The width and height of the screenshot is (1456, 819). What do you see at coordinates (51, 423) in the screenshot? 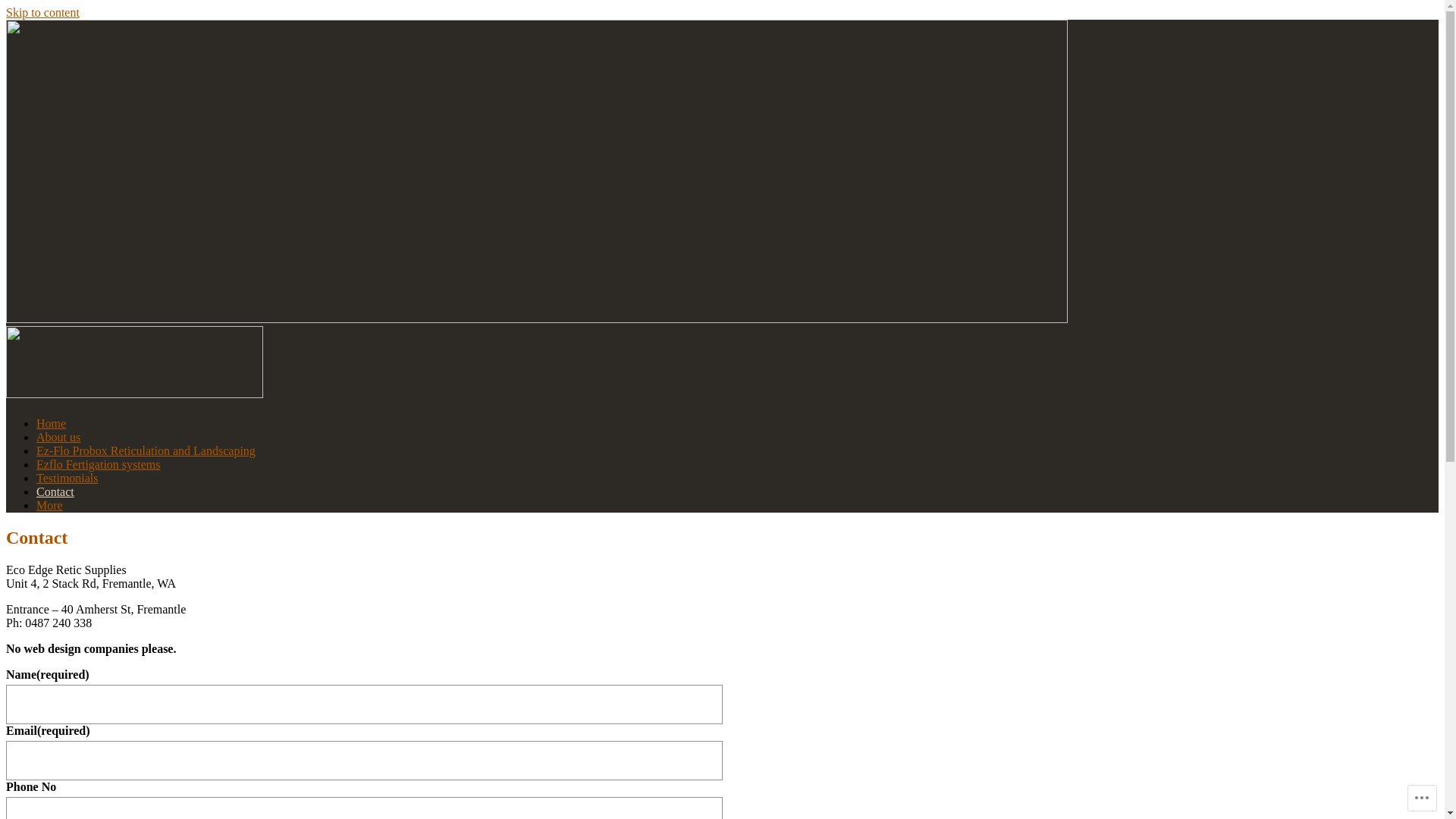
I see `'Home'` at bounding box center [51, 423].